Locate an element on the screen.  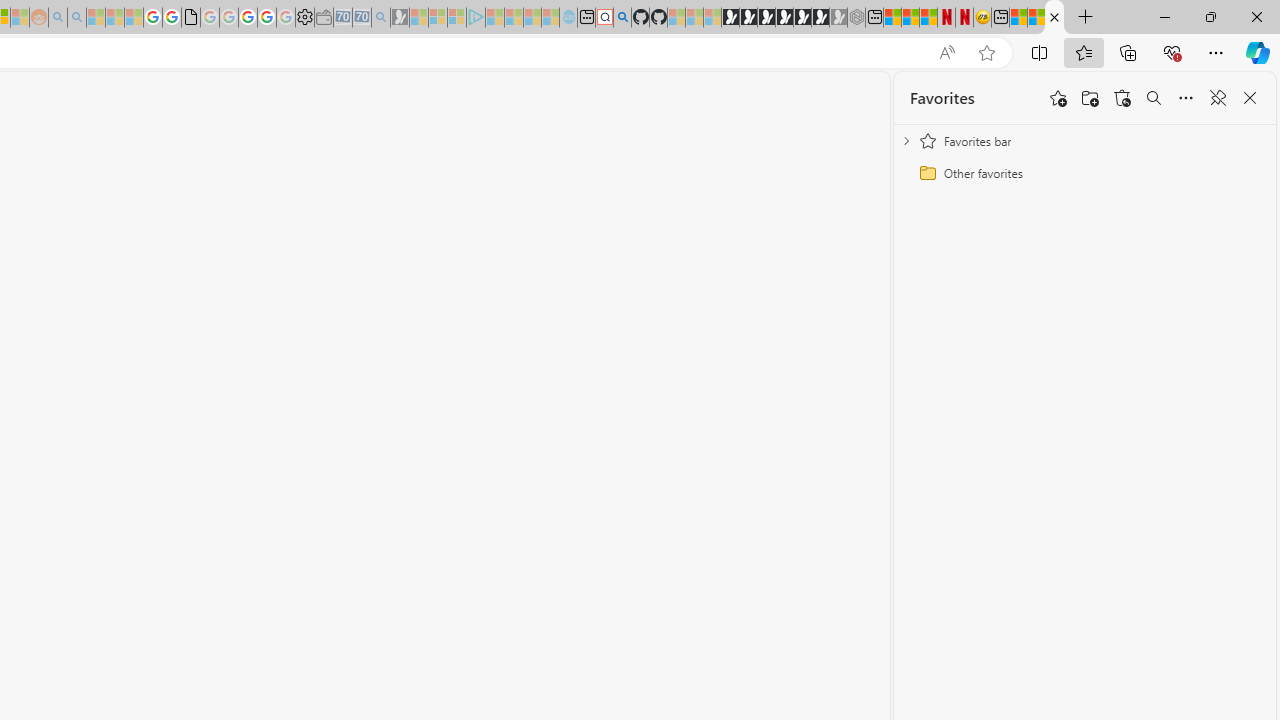
'Wildlife - MSN' is located at coordinates (1018, 17).